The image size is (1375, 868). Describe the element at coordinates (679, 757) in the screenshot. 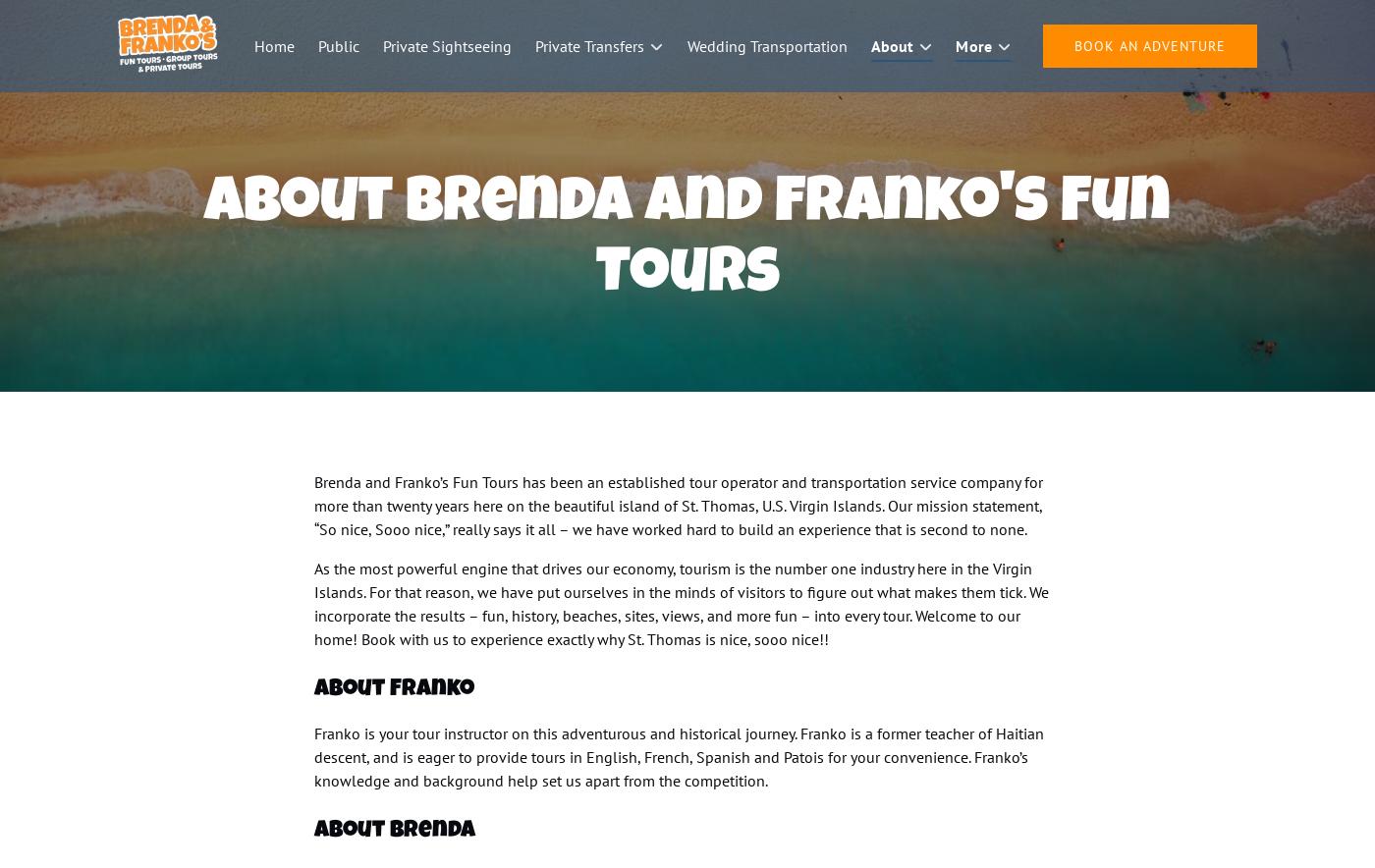

I see `'Franko is your tour instructor on this adventurous and historical journey. Franko is a former teacher of Haitian descent, and is eager to provide tours in English, French, Spanish and Patois for your convenience. Franko’s knowledge and background help set us apart from the competition.'` at that location.